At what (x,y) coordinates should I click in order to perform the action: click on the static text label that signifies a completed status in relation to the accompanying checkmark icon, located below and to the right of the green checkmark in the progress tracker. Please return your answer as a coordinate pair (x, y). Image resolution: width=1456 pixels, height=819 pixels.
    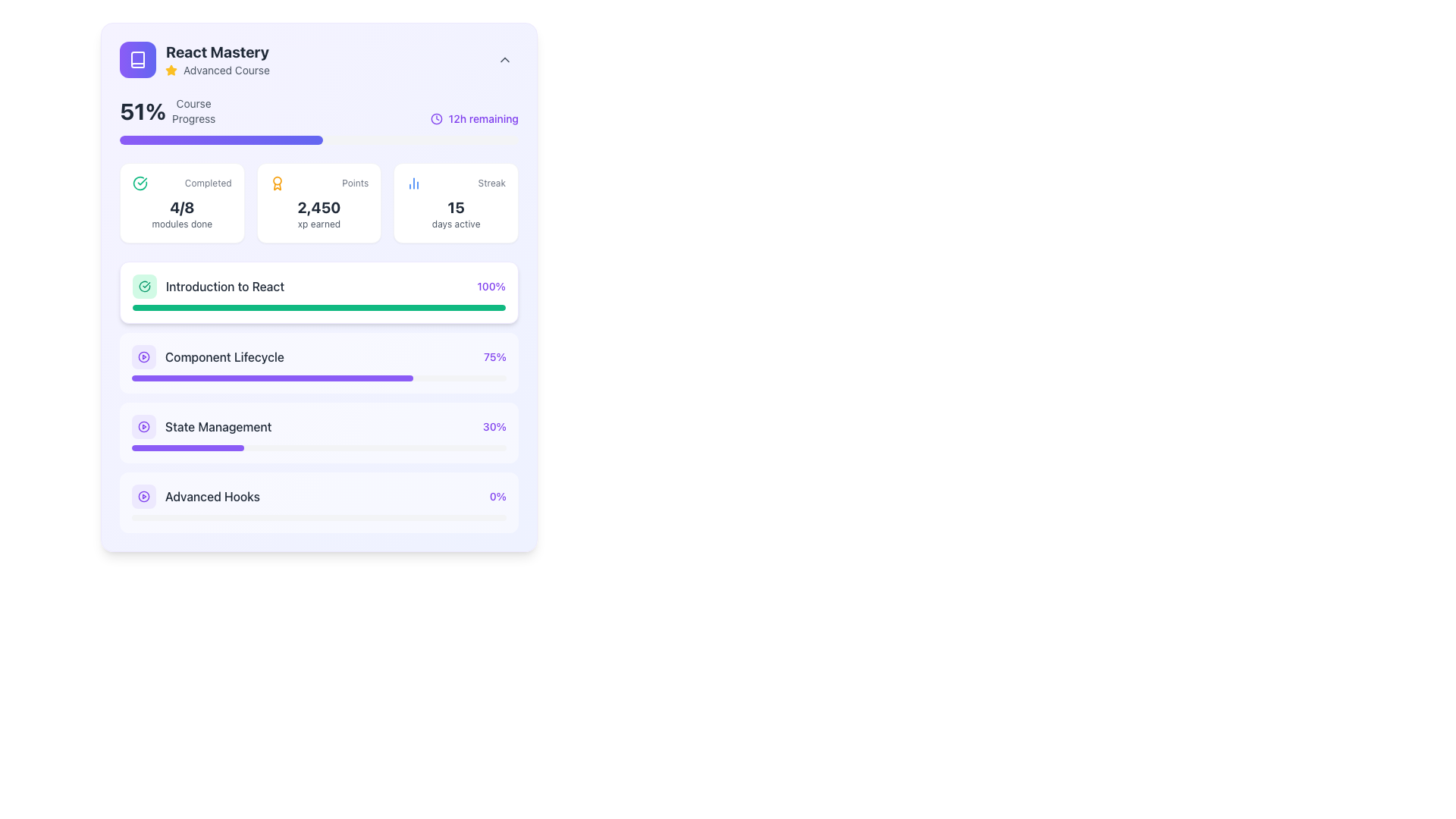
    Looking at the image, I should click on (207, 183).